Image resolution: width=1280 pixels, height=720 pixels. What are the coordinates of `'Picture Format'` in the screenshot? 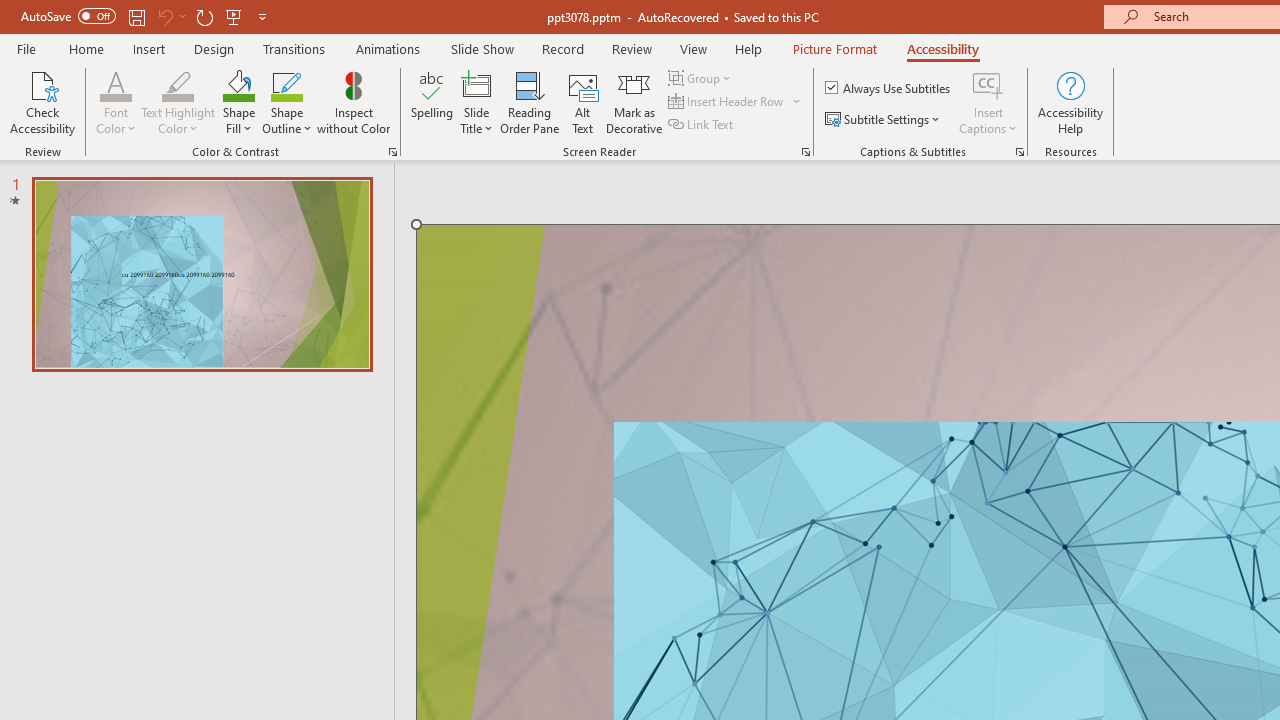 It's located at (835, 48).